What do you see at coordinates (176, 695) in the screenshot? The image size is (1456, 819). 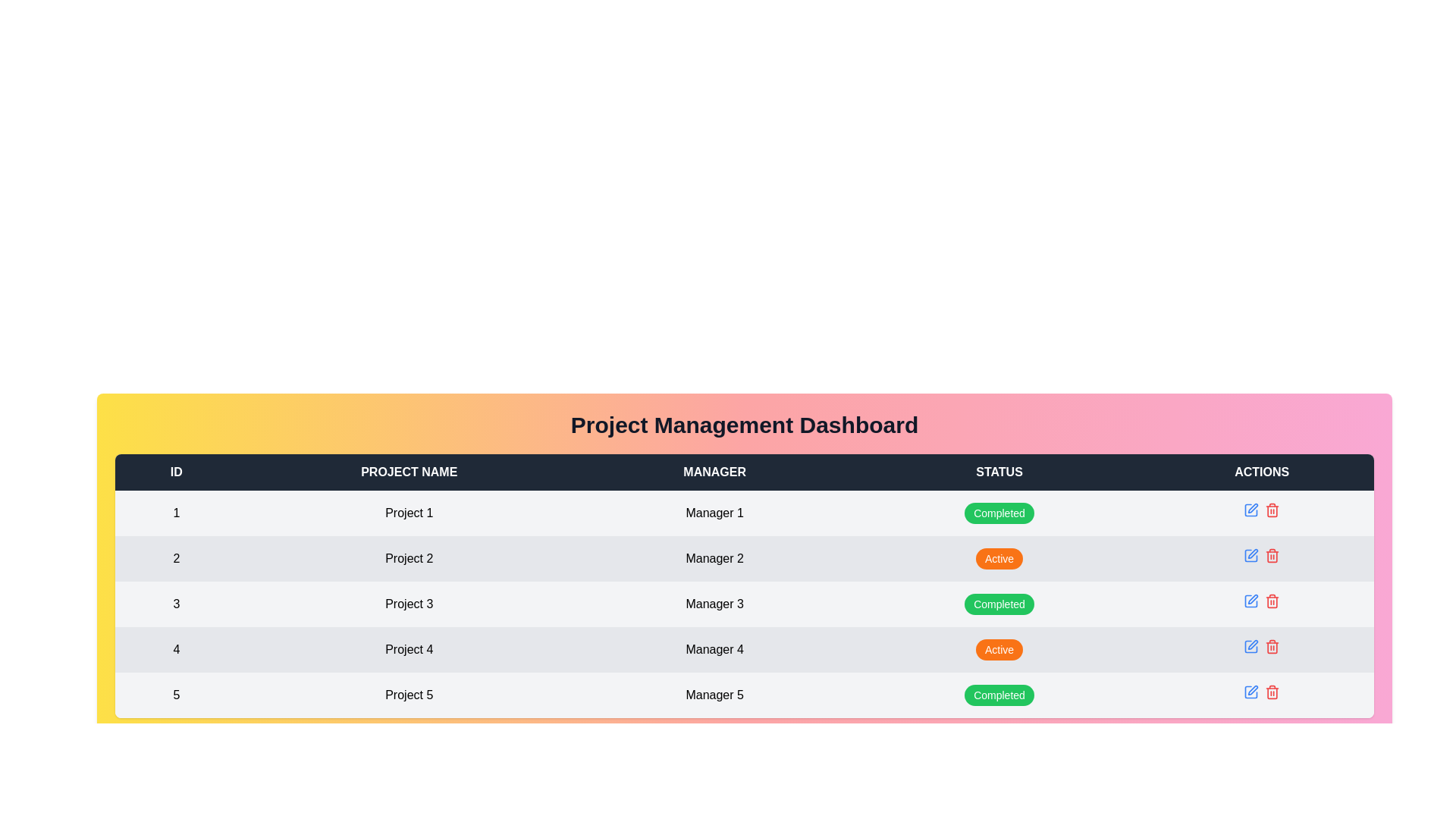 I see `the Text display representing the unique identifier for the fifth row of the table in the 'ID' column, which corresponds to 'Project 5'` at bounding box center [176, 695].